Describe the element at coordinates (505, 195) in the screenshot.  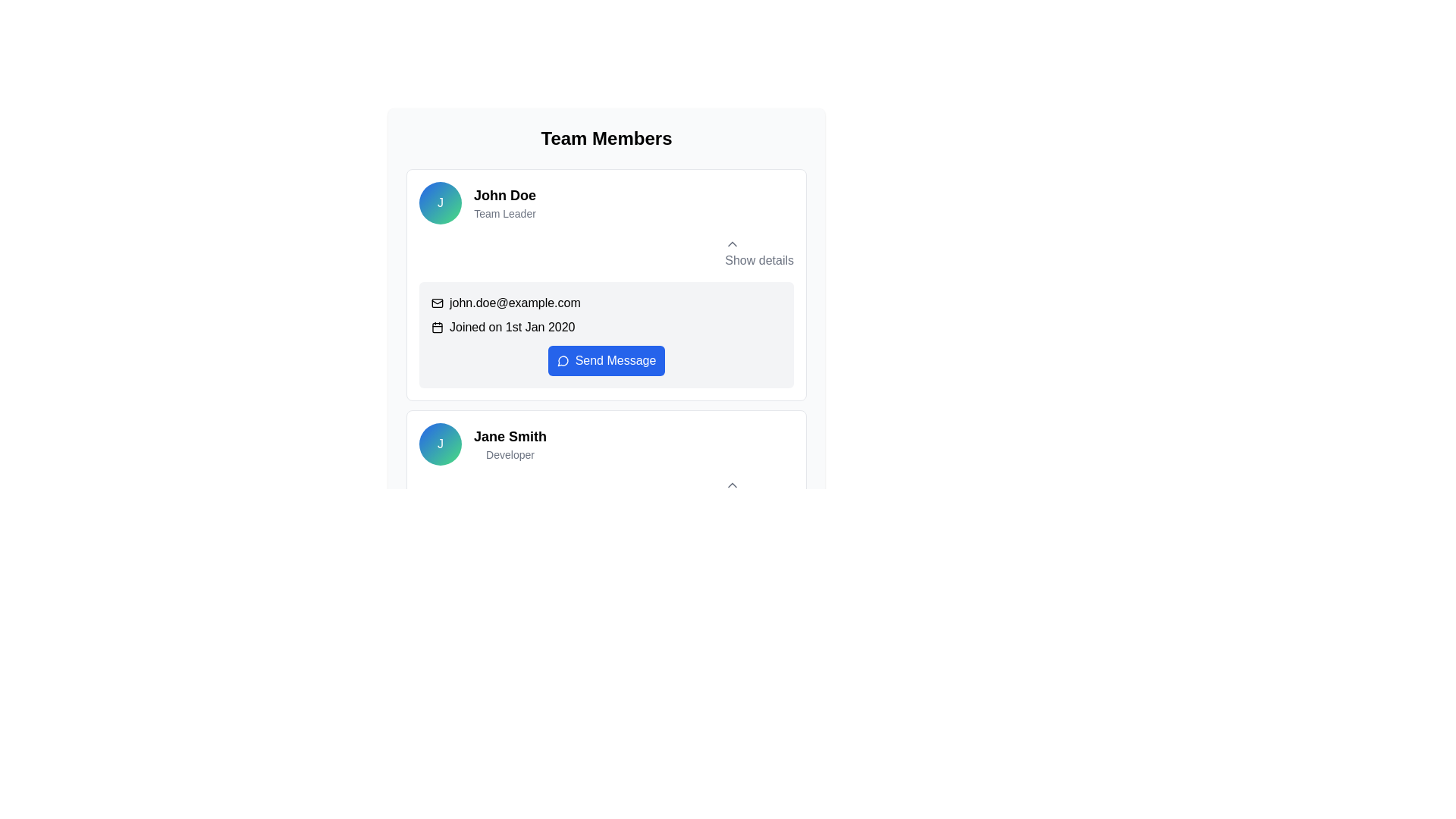
I see `the static text label 'John Doe' located in the upper-left section of the card layout, above the label 'Team Leader' and aligned with the avatar icon` at that location.